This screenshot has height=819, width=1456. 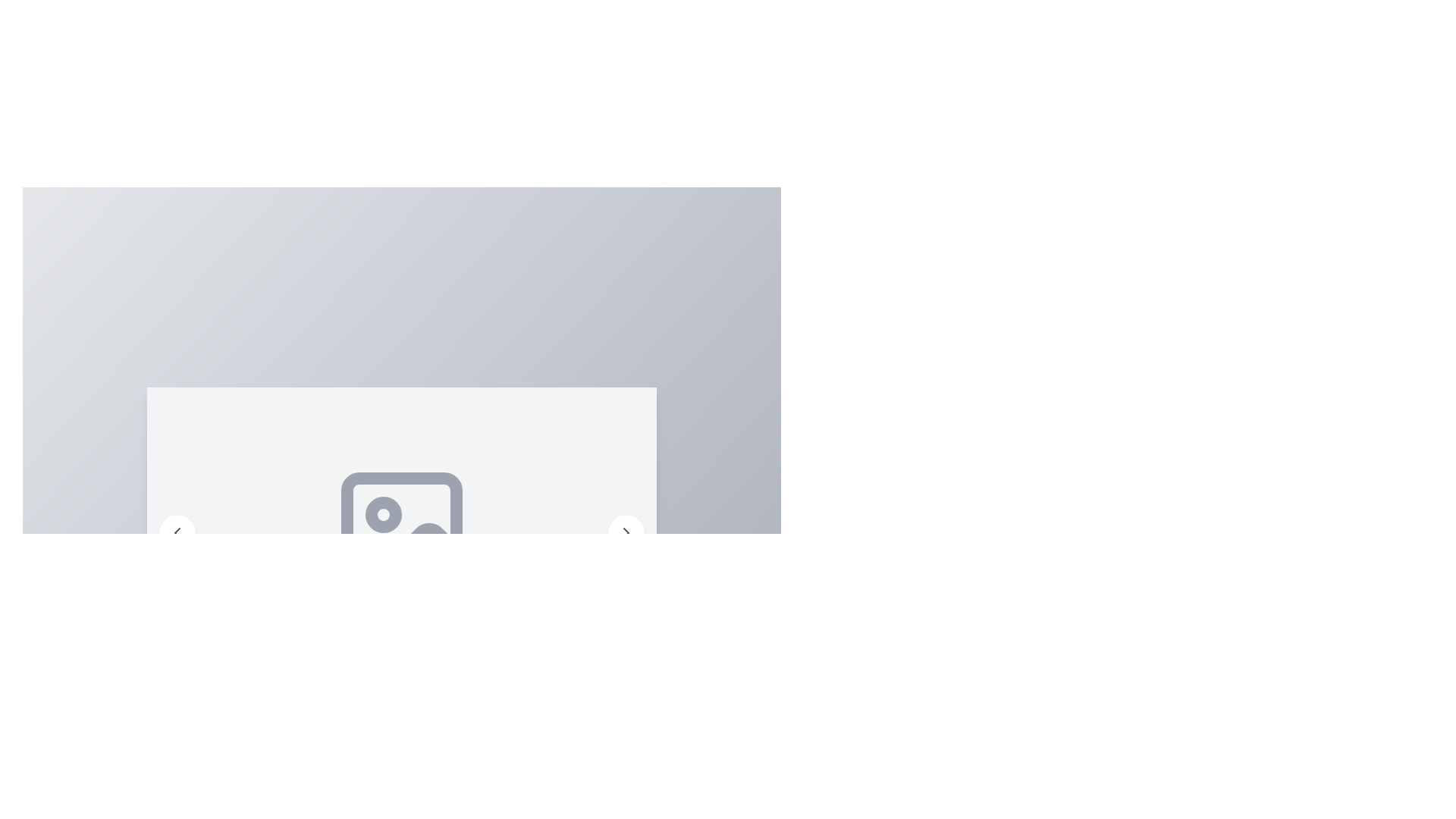 I want to click on the left-pointing chevron SVG icon located inside a white circular button in the bottom-left area of the interface to activate its navigation function, so click(x=177, y=532).